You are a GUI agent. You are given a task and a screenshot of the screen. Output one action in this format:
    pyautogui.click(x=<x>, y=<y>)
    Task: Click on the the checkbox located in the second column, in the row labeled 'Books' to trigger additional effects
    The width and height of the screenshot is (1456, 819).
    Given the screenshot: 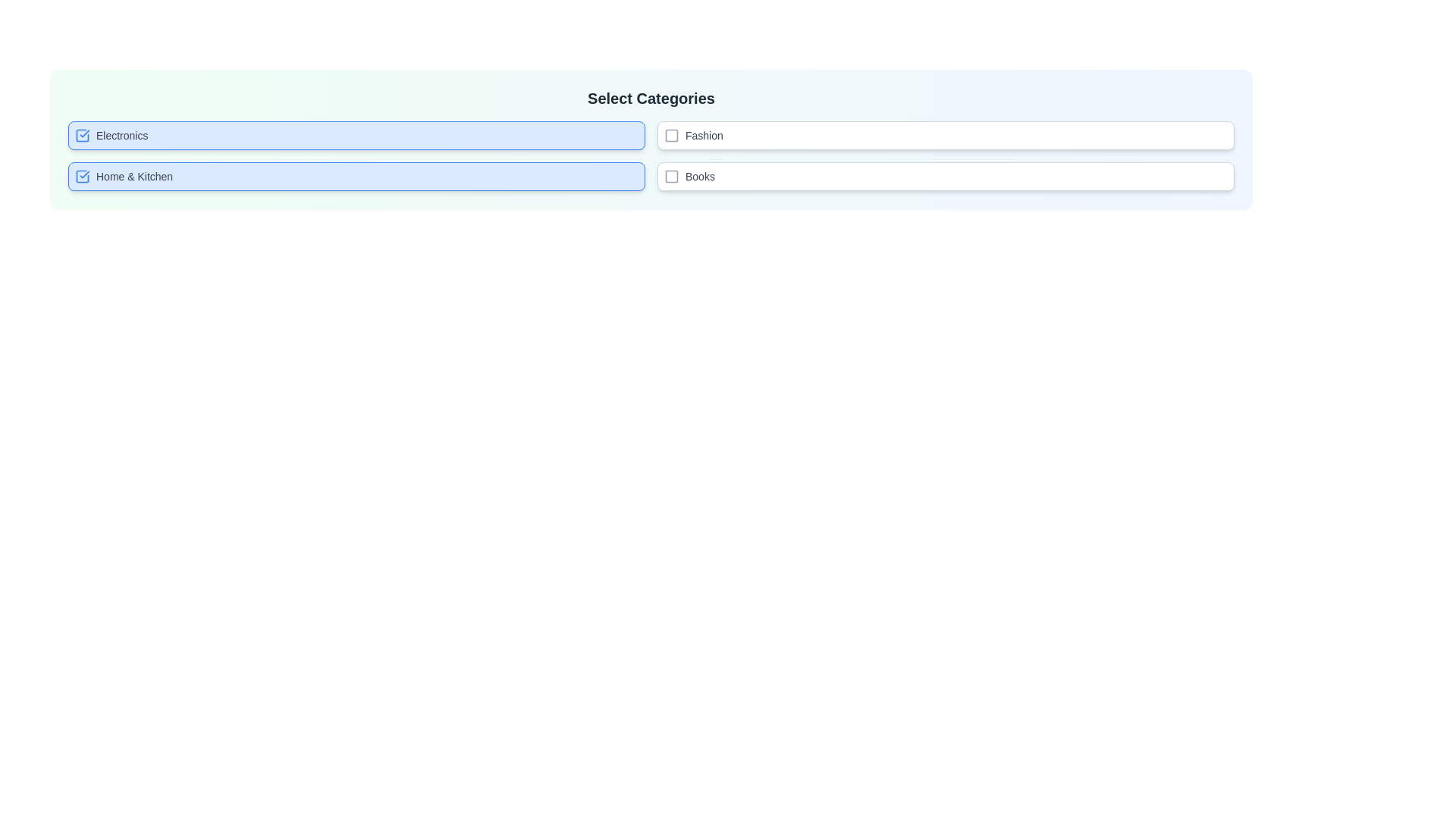 What is the action you would take?
    pyautogui.click(x=671, y=175)
    